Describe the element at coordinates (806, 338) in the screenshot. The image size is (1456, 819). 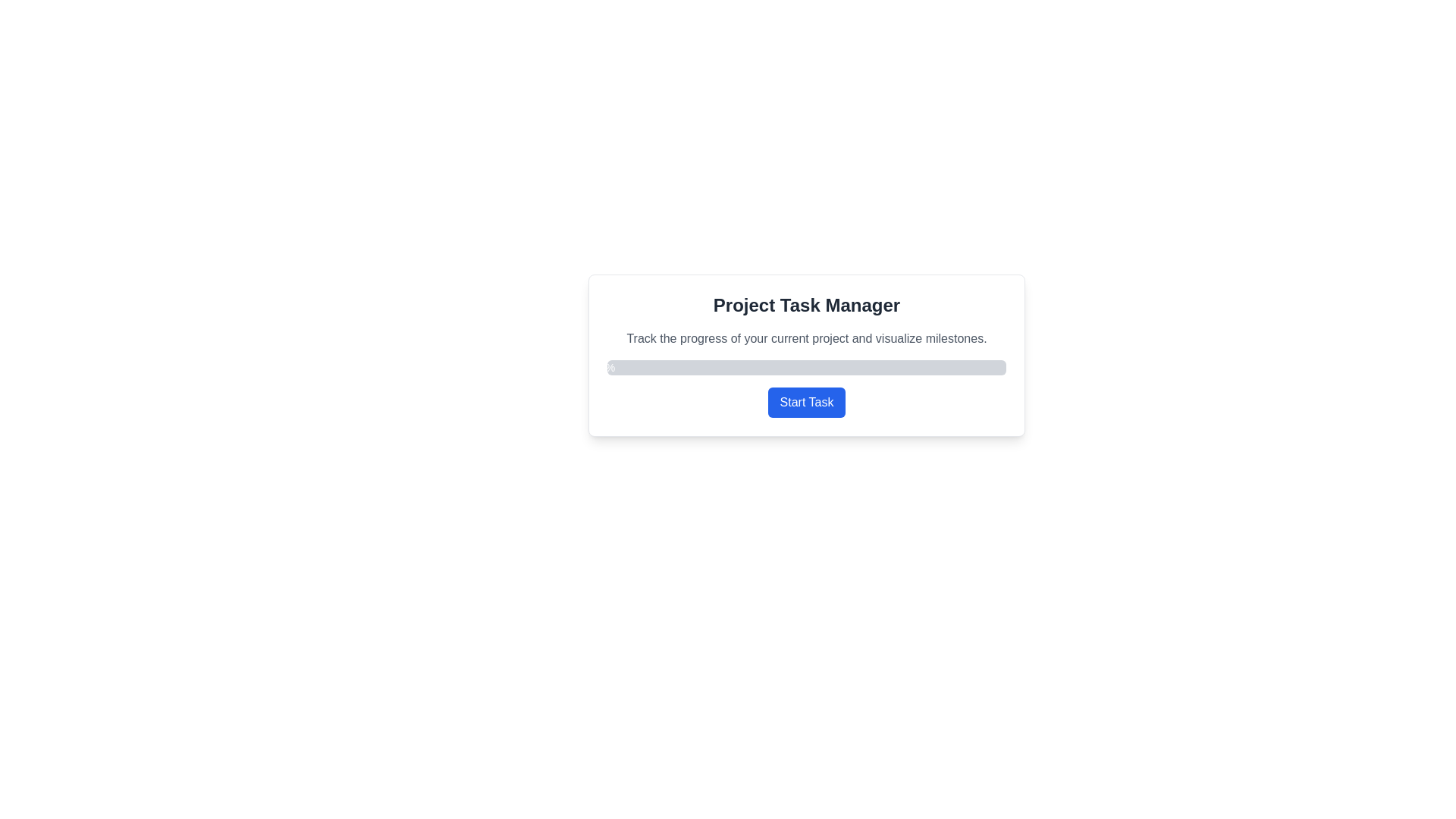
I see `the text label that reads 'Track the progress of your current project and visualize milestones.', which is styled in gray and positioned below the header 'Project Task Manager'` at that location.